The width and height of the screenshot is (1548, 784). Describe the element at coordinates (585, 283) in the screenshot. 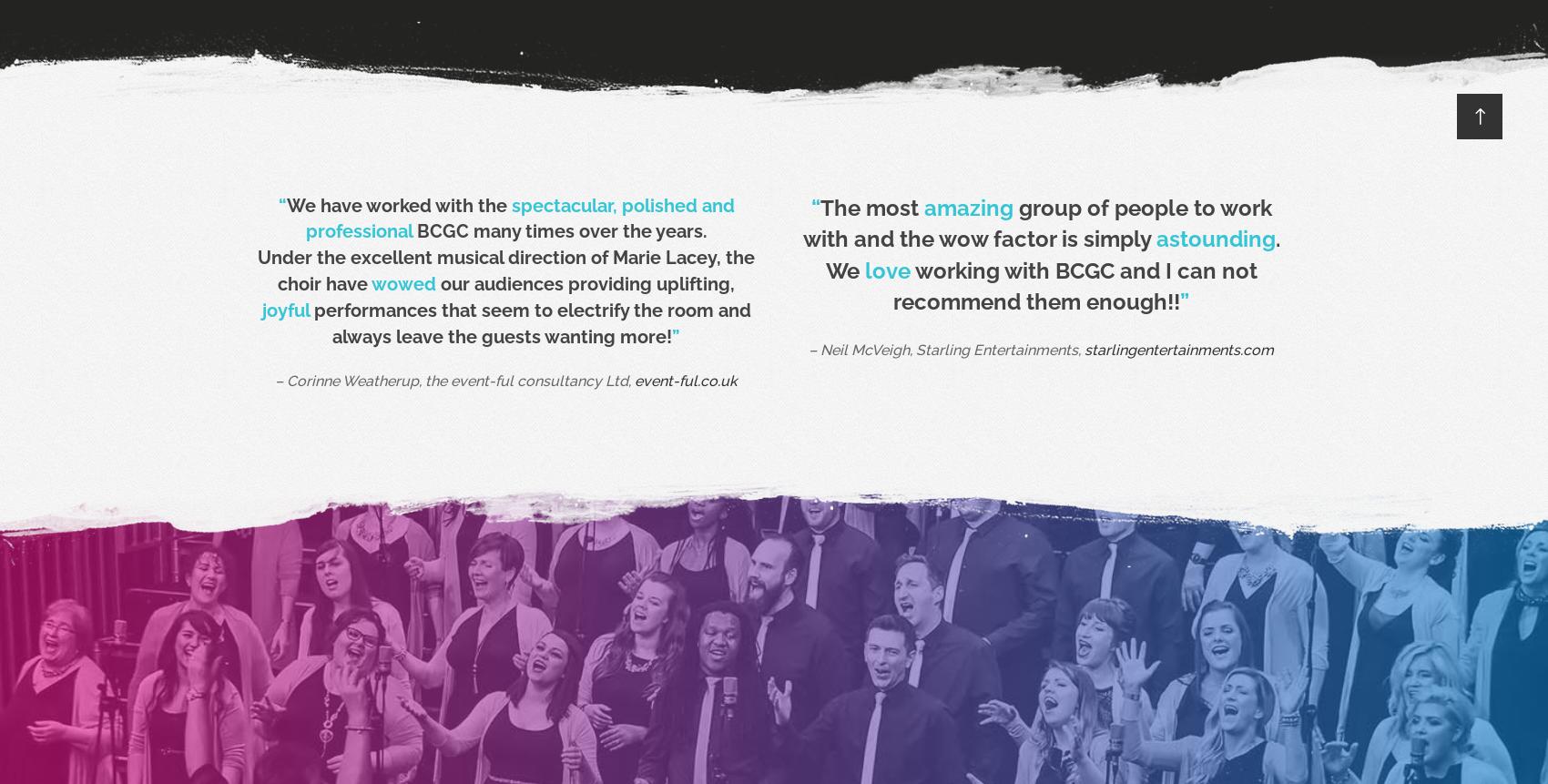

I see `'our audiences providing uplifting,'` at that location.